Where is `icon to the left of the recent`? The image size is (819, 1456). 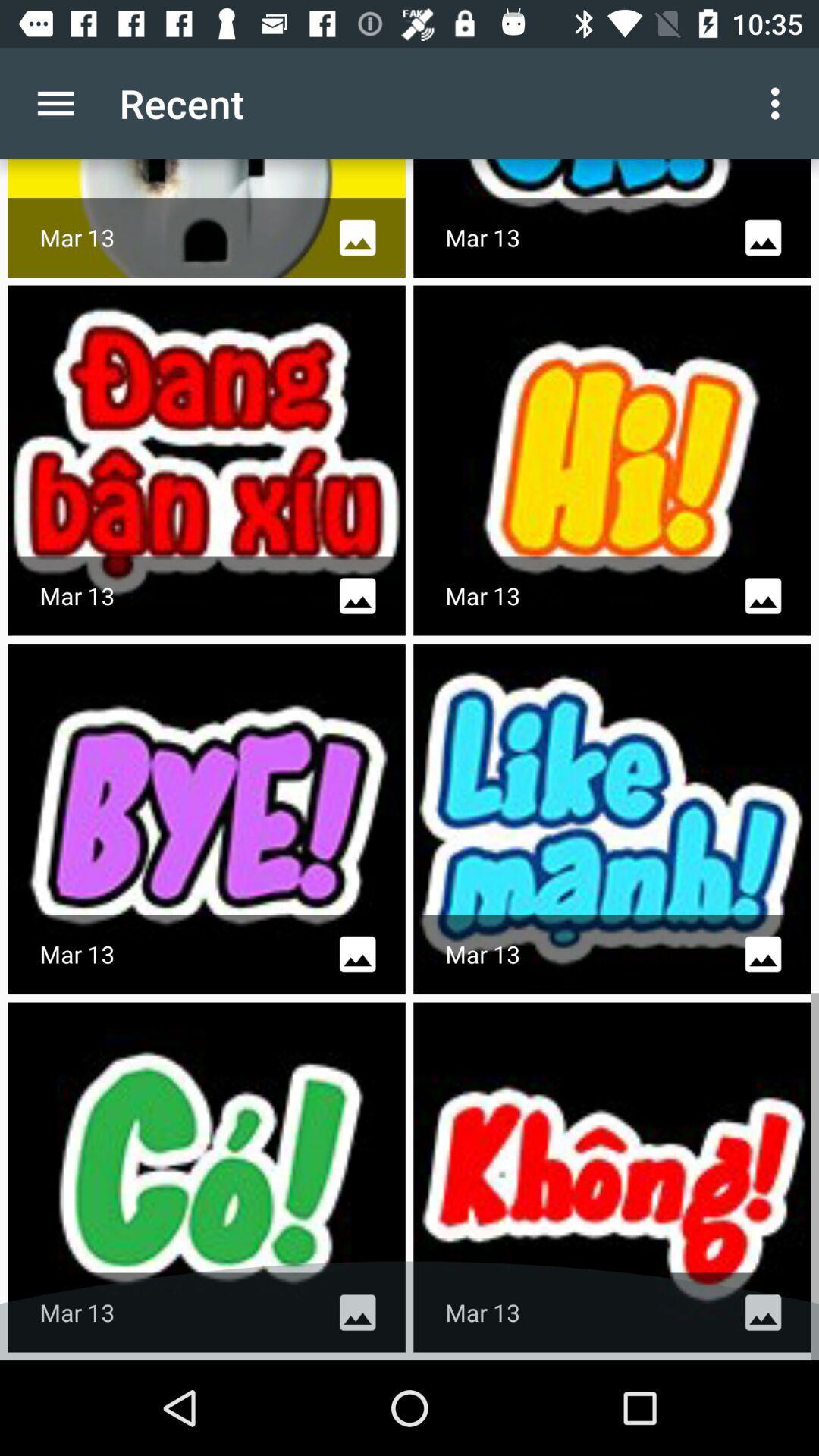
icon to the left of the recent is located at coordinates (55, 102).